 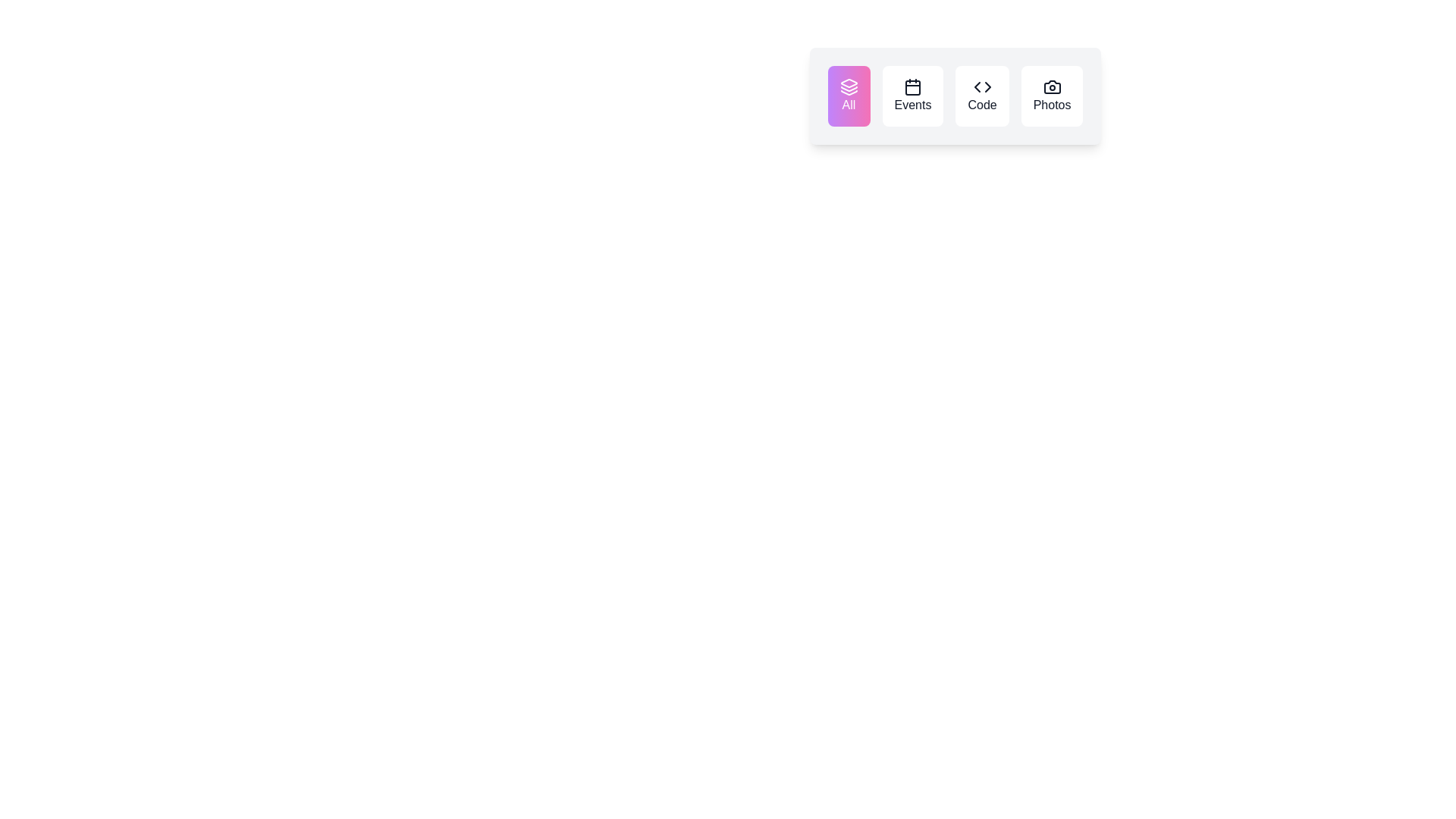 What do you see at coordinates (982, 96) in the screenshot?
I see `the 'Code' button, which is the third button in a horizontal group of four` at bounding box center [982, 96].